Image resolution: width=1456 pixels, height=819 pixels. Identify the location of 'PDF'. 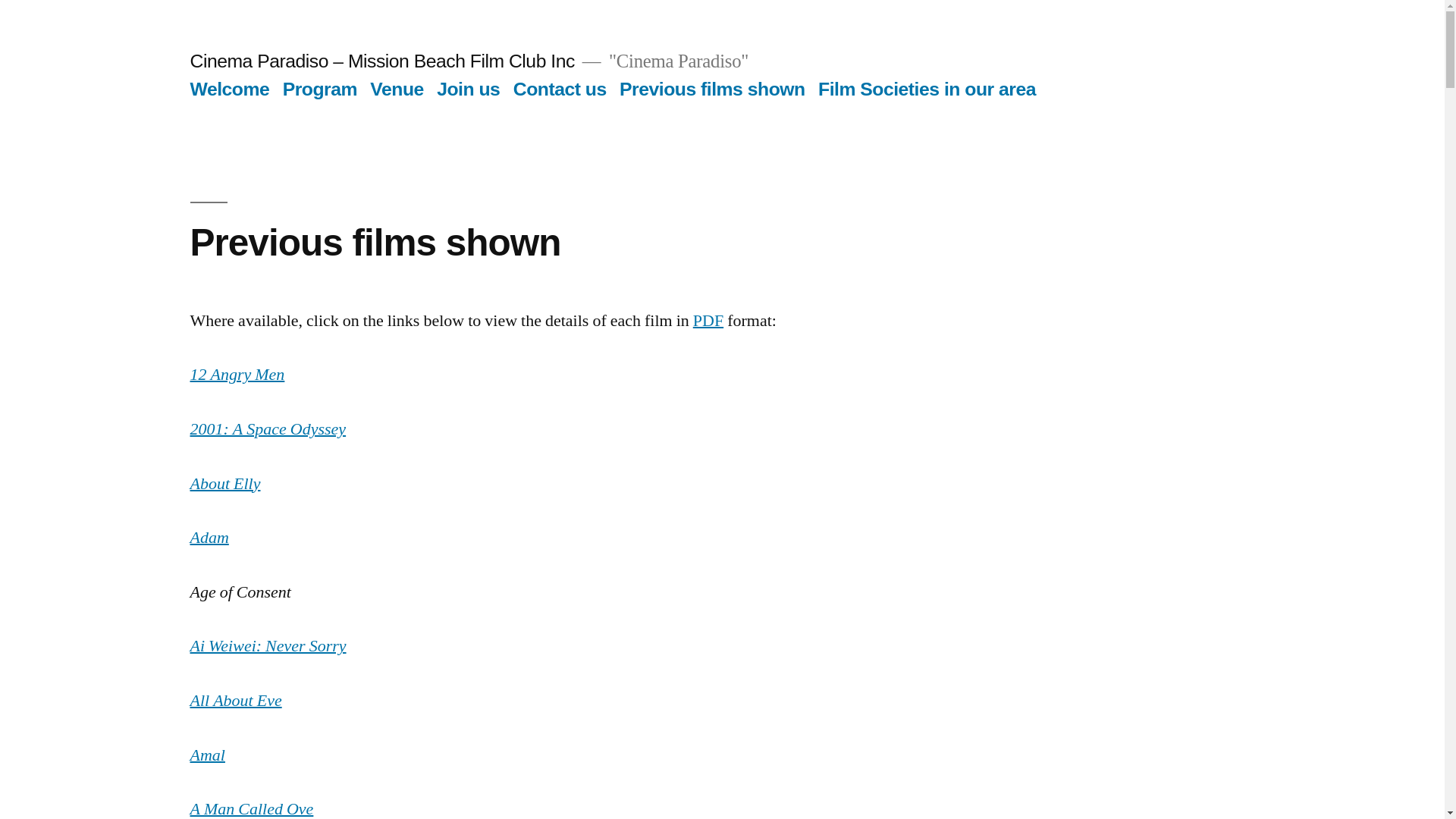
(708, 320).